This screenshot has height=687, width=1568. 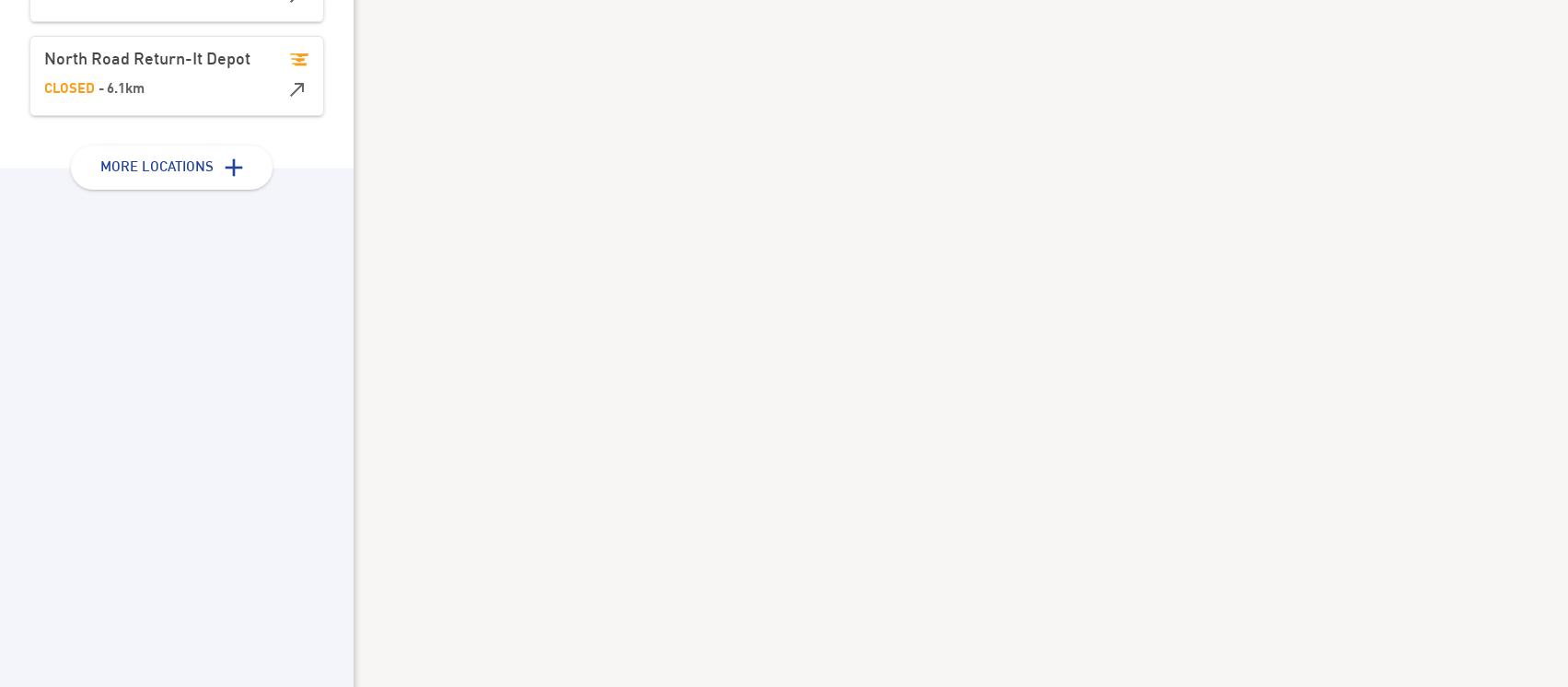 I want to click on 'Alcohol Bag-in-a-Box', so click(x=645, y=262).